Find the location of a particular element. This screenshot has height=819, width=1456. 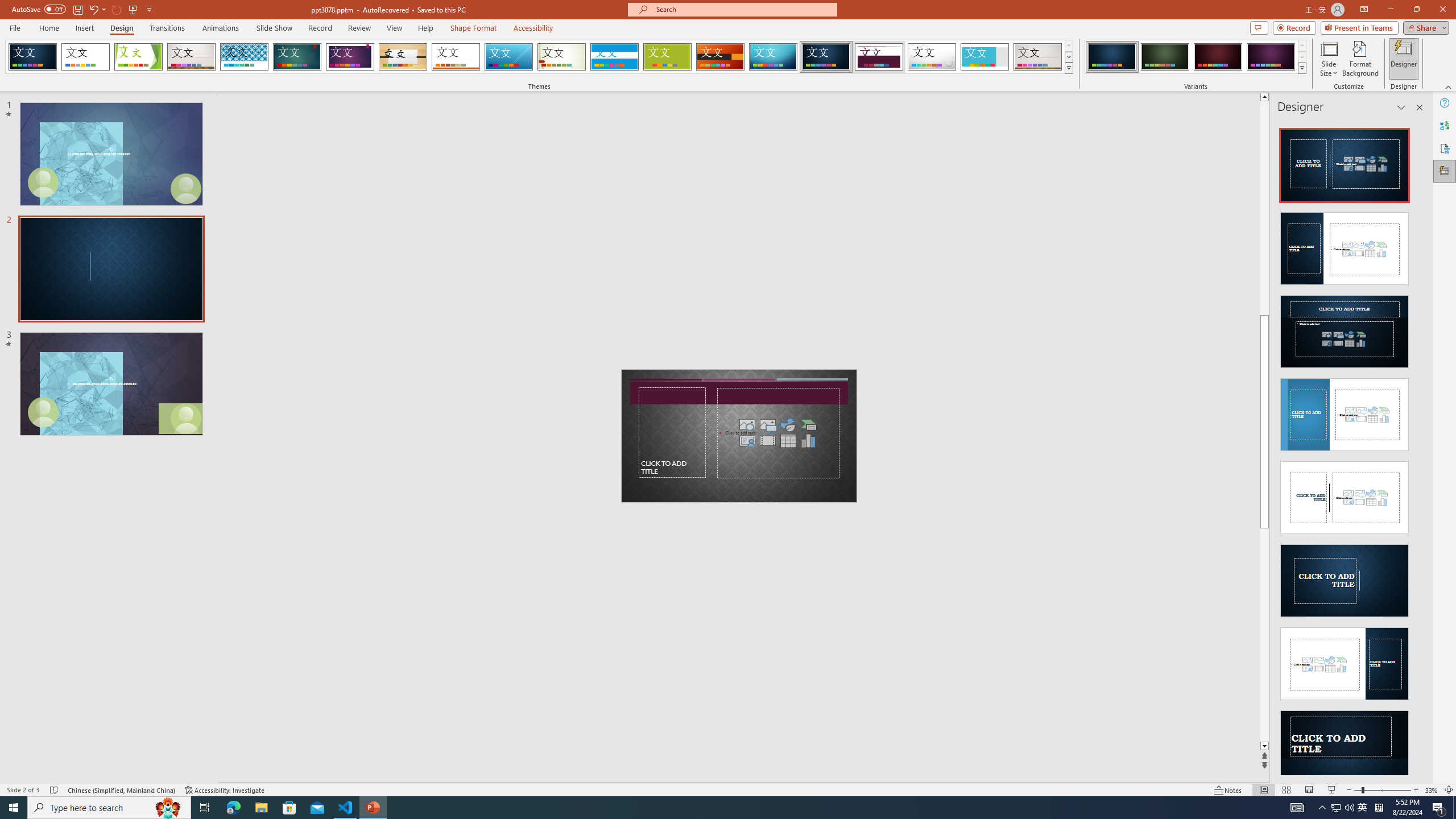

'Redo' is located at coordinates (117, 9).